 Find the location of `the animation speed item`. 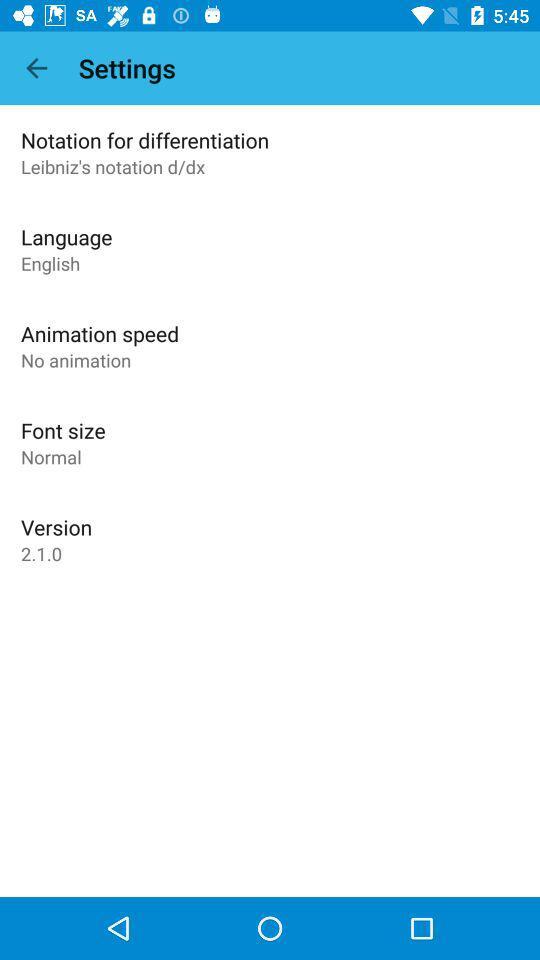

the animation speed item is located at coordinates (99, 333).